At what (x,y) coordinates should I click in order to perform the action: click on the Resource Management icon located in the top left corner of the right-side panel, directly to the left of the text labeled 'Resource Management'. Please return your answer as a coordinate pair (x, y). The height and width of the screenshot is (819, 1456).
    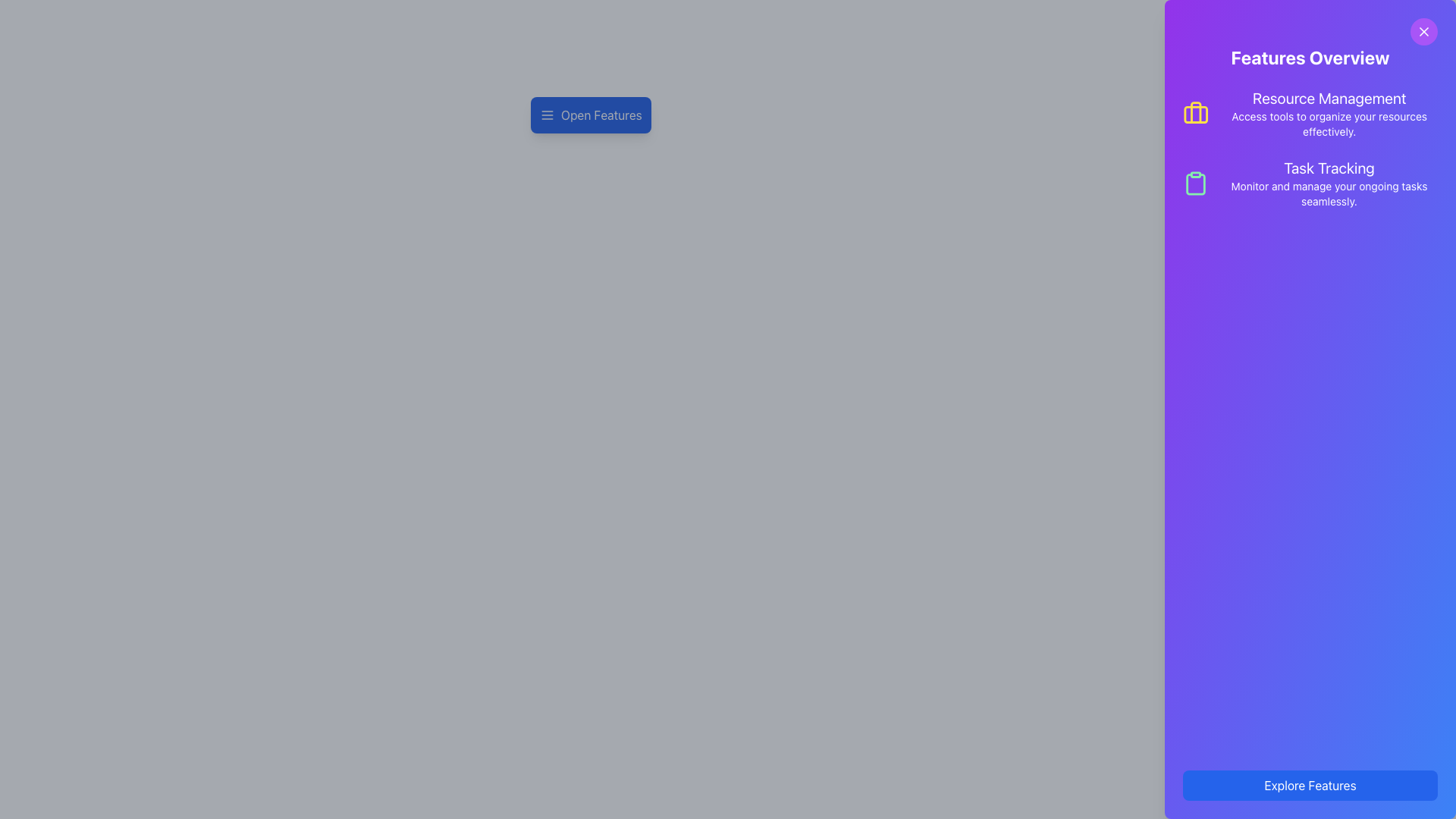
    Looking at the image, I should click on (1195, 113).